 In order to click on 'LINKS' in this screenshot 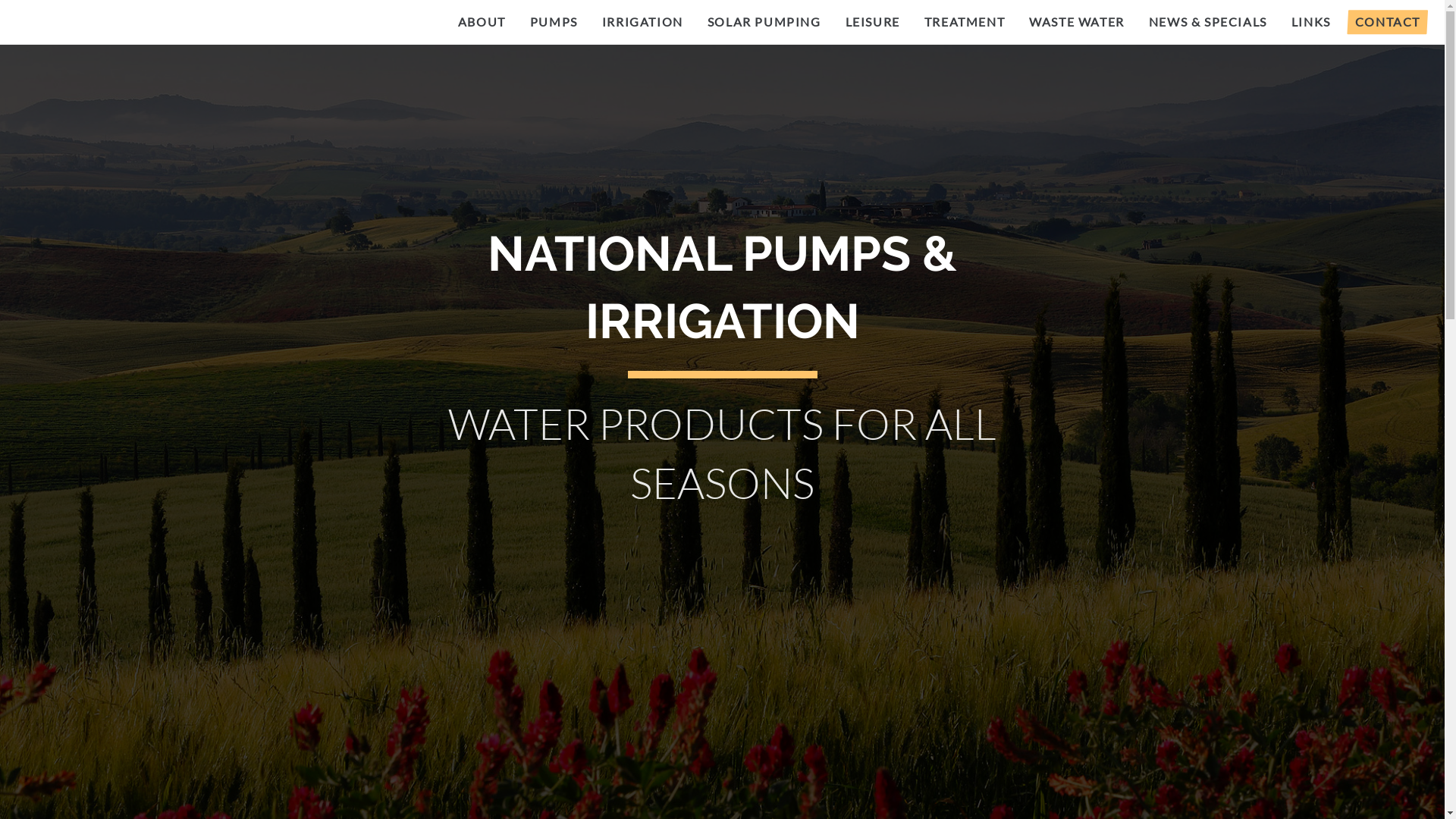, I will do `click(1310, 22)`.